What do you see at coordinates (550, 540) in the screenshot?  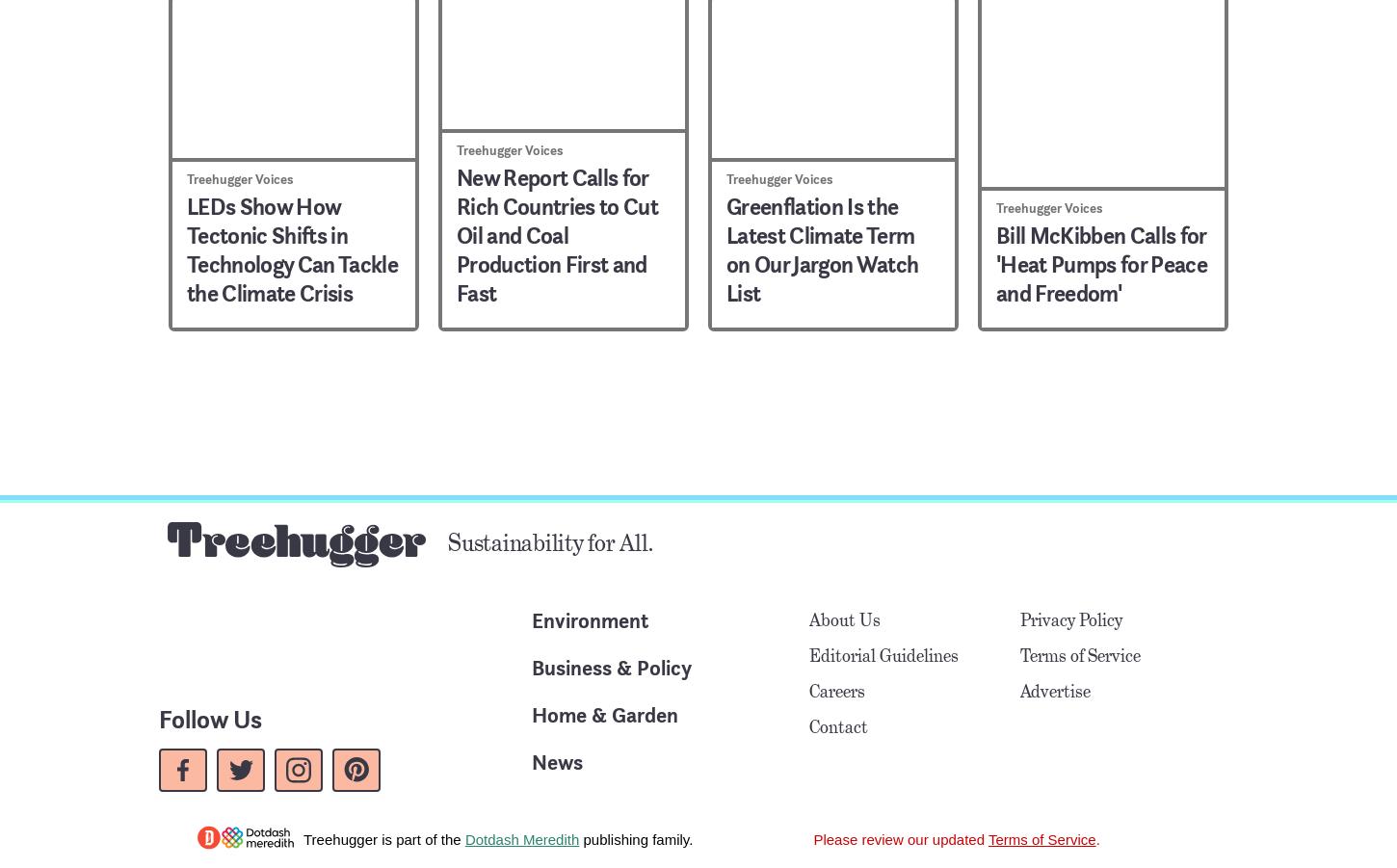 I see `'Sustainability for All.'` at bounding box center [550, 540].